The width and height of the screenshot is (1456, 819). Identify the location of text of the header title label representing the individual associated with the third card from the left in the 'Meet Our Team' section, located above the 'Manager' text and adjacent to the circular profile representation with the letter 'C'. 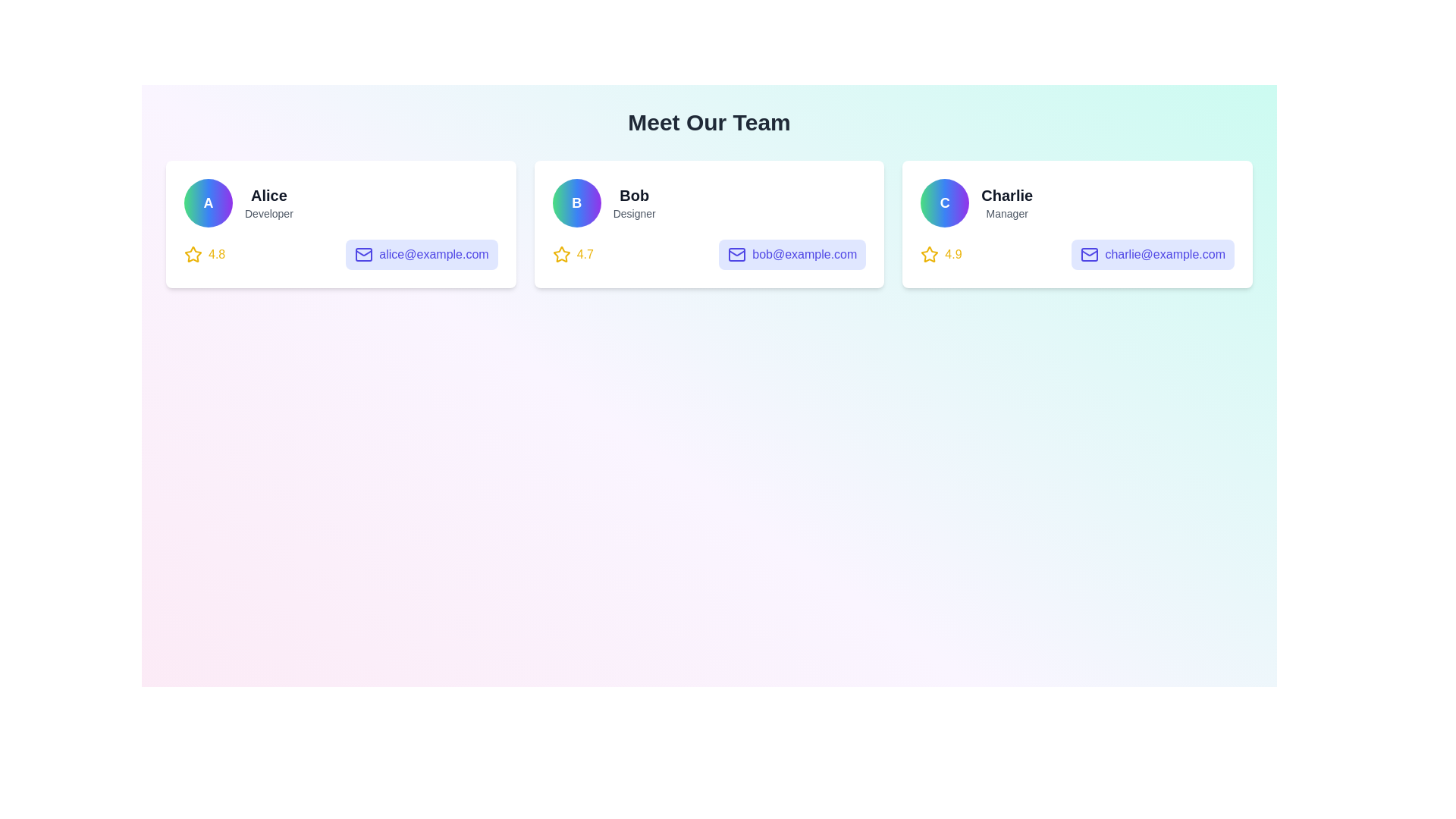
(1007, 195).